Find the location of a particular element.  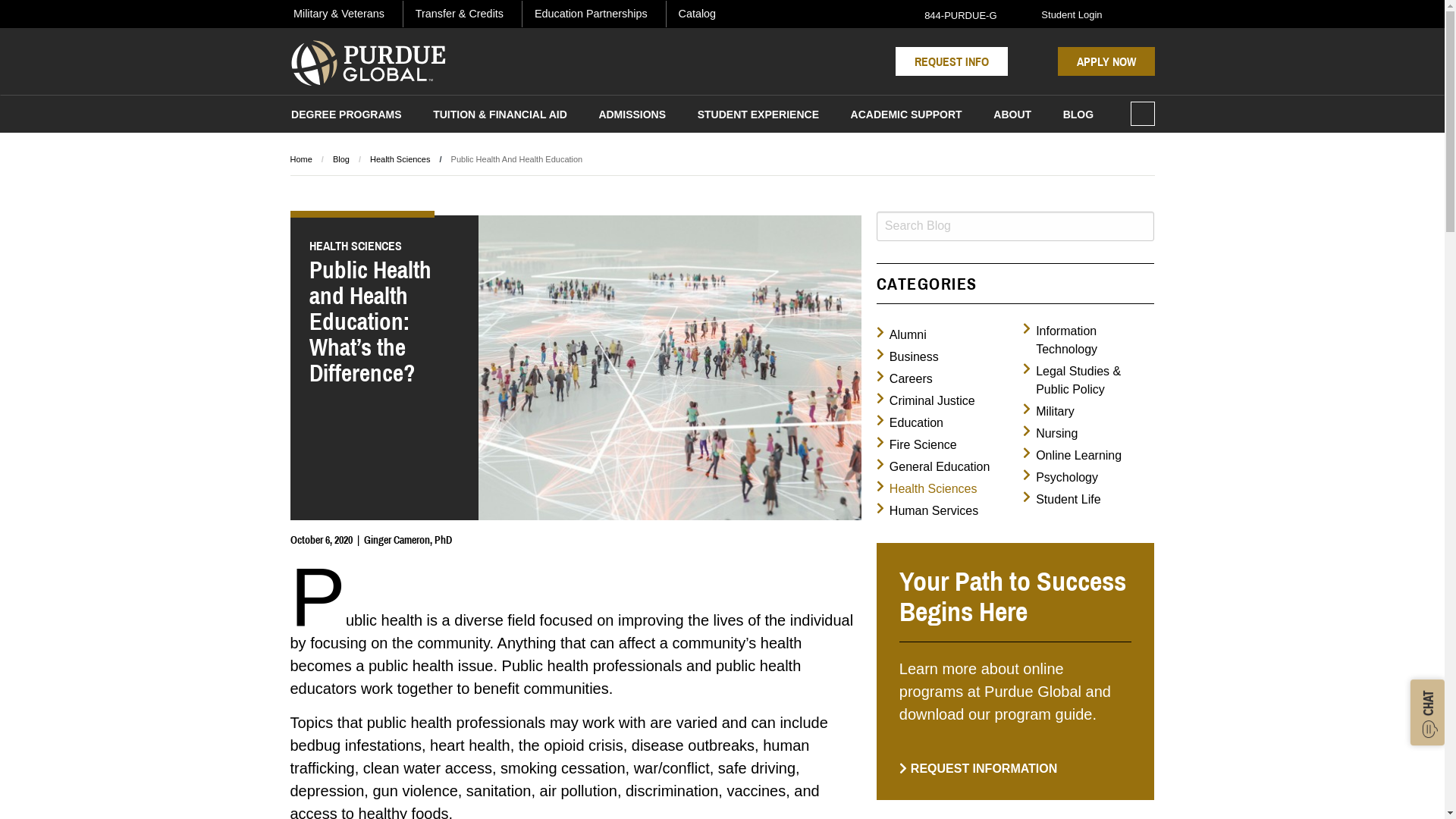

'Student Life' is located at coordinates (1061, 500).